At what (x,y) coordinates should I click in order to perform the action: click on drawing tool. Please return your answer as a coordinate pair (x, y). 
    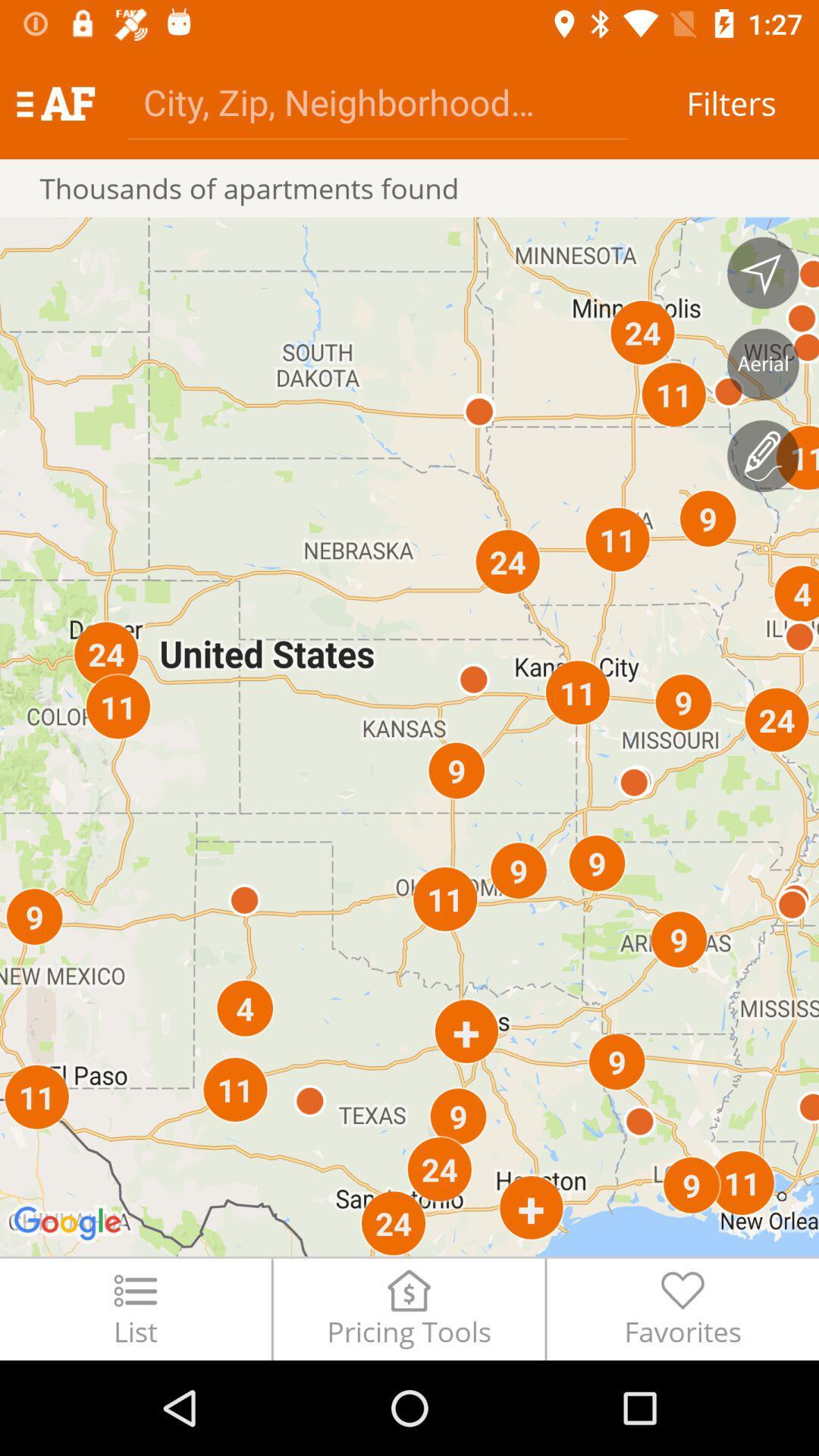
    Looking at the image, I should click on (763, 455).